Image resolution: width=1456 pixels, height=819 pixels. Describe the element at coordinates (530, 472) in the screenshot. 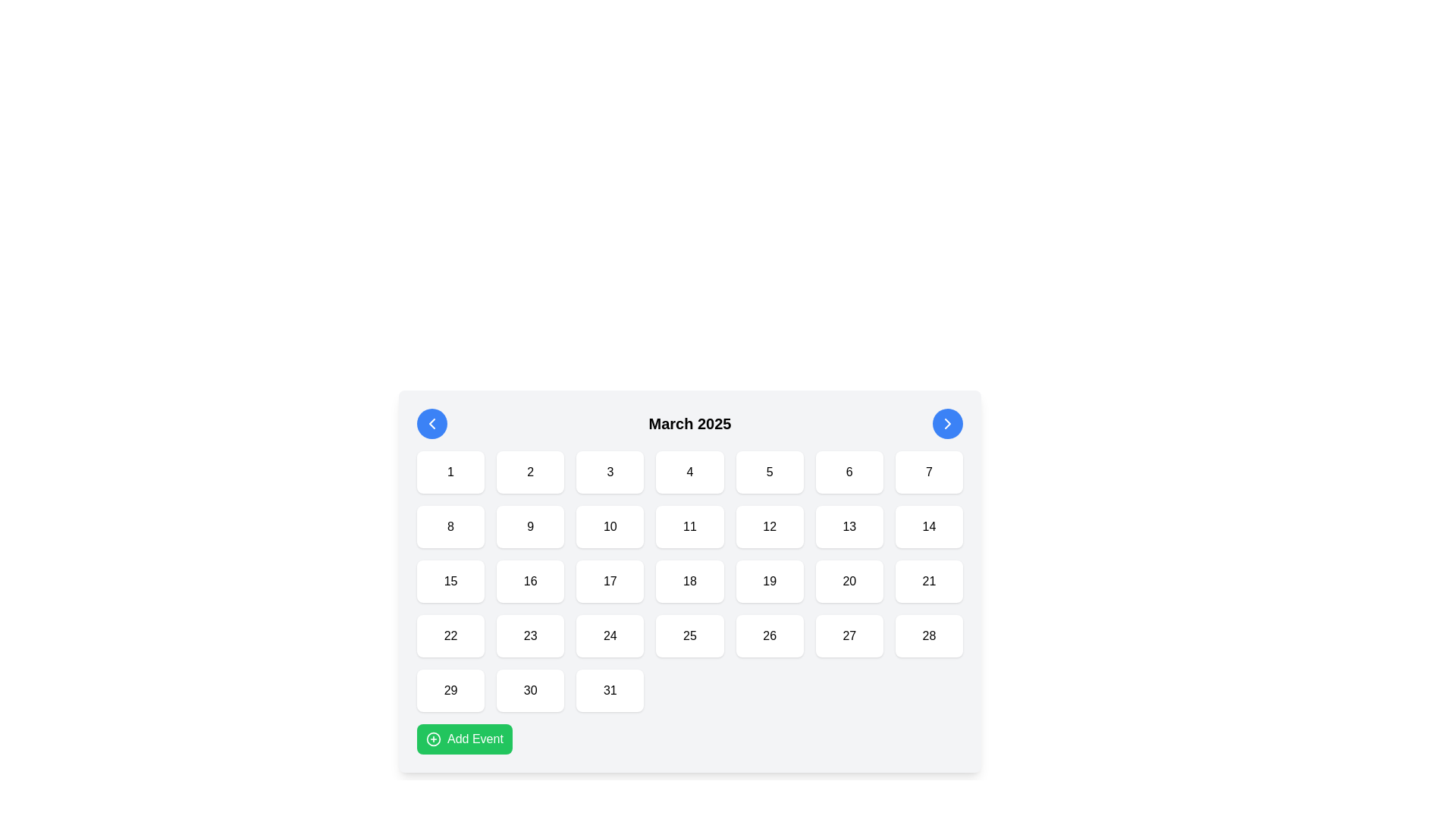

I see `the square button with a white background and the number '2' displayed in black text` at that location.